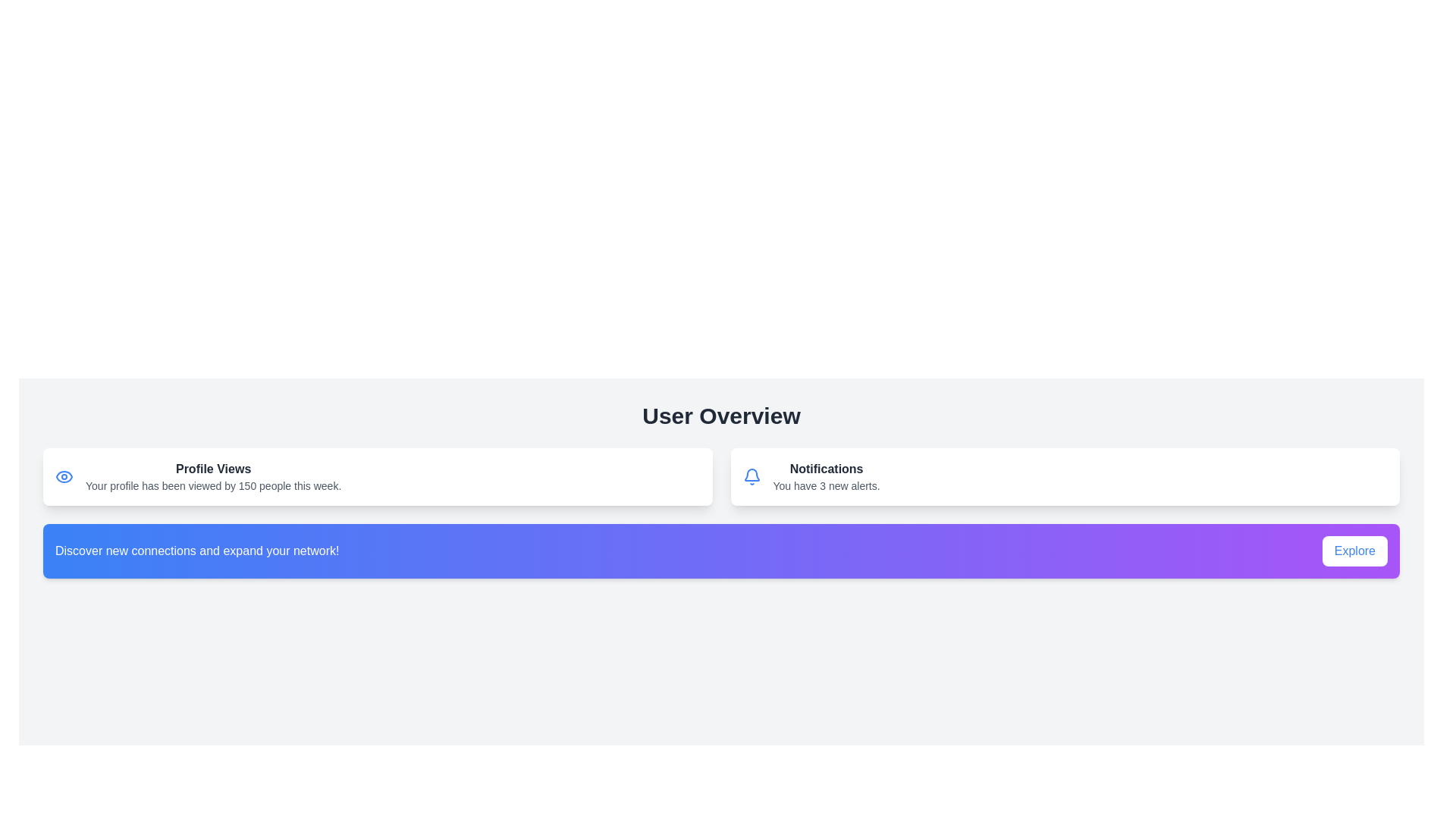  Describe the element at coordinates (196, 551) in the screenshot. I see `the informational banner text label that provides motivational or informative messages about networking opportunities, located below the 'Profile Views' and 'Notifications' sections, and adjacent to the 'Explore' button` at that location.